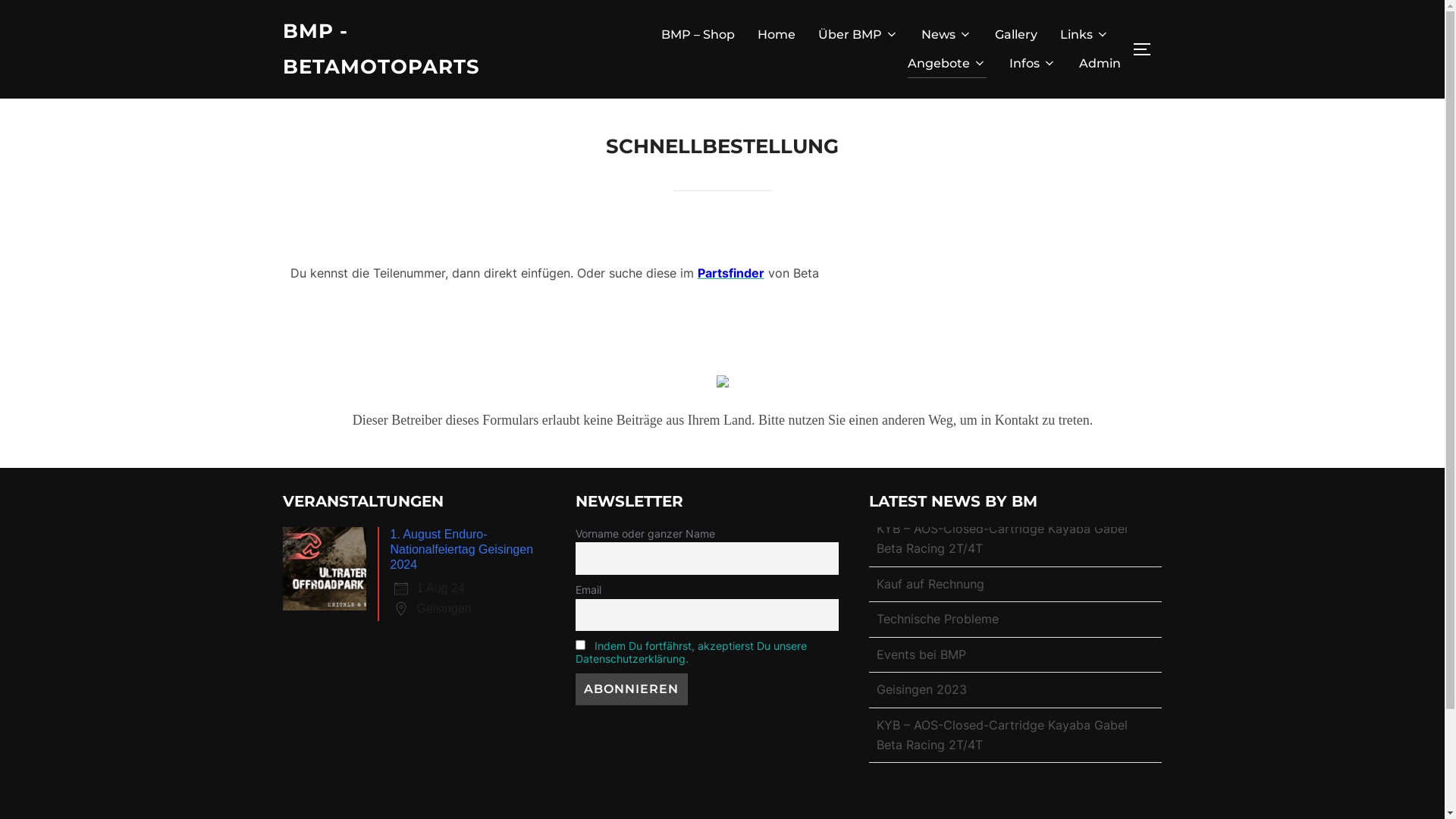  What do you see at coordinates (920, 668) in the screenshot?
I see `'Events bei BMP'` at bounding box center [920, 668].